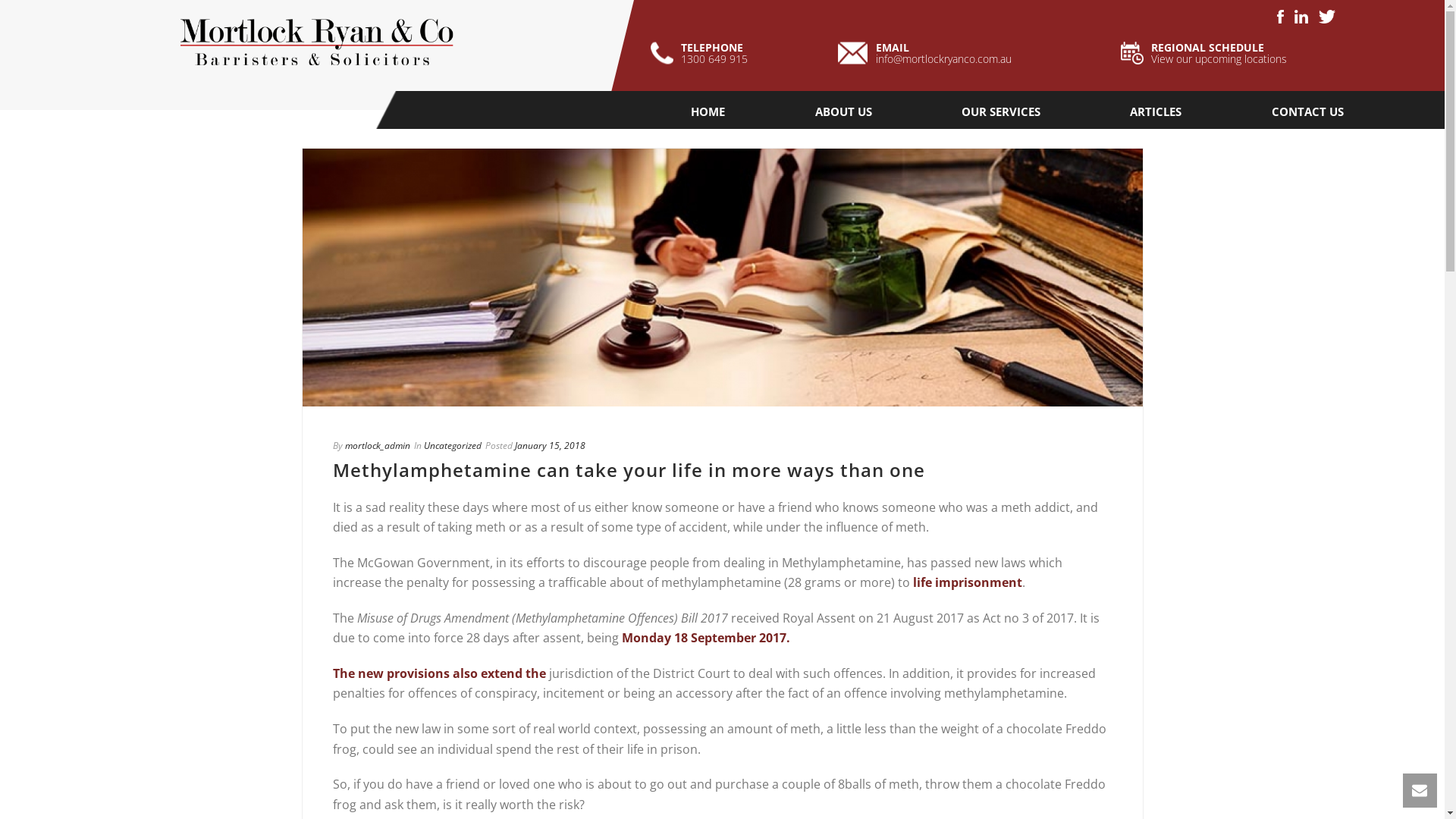  What do you see at coordinates (513, 444) in the screenshot?
I see `'January 15, 2018'` at bounding box center [513, 444].